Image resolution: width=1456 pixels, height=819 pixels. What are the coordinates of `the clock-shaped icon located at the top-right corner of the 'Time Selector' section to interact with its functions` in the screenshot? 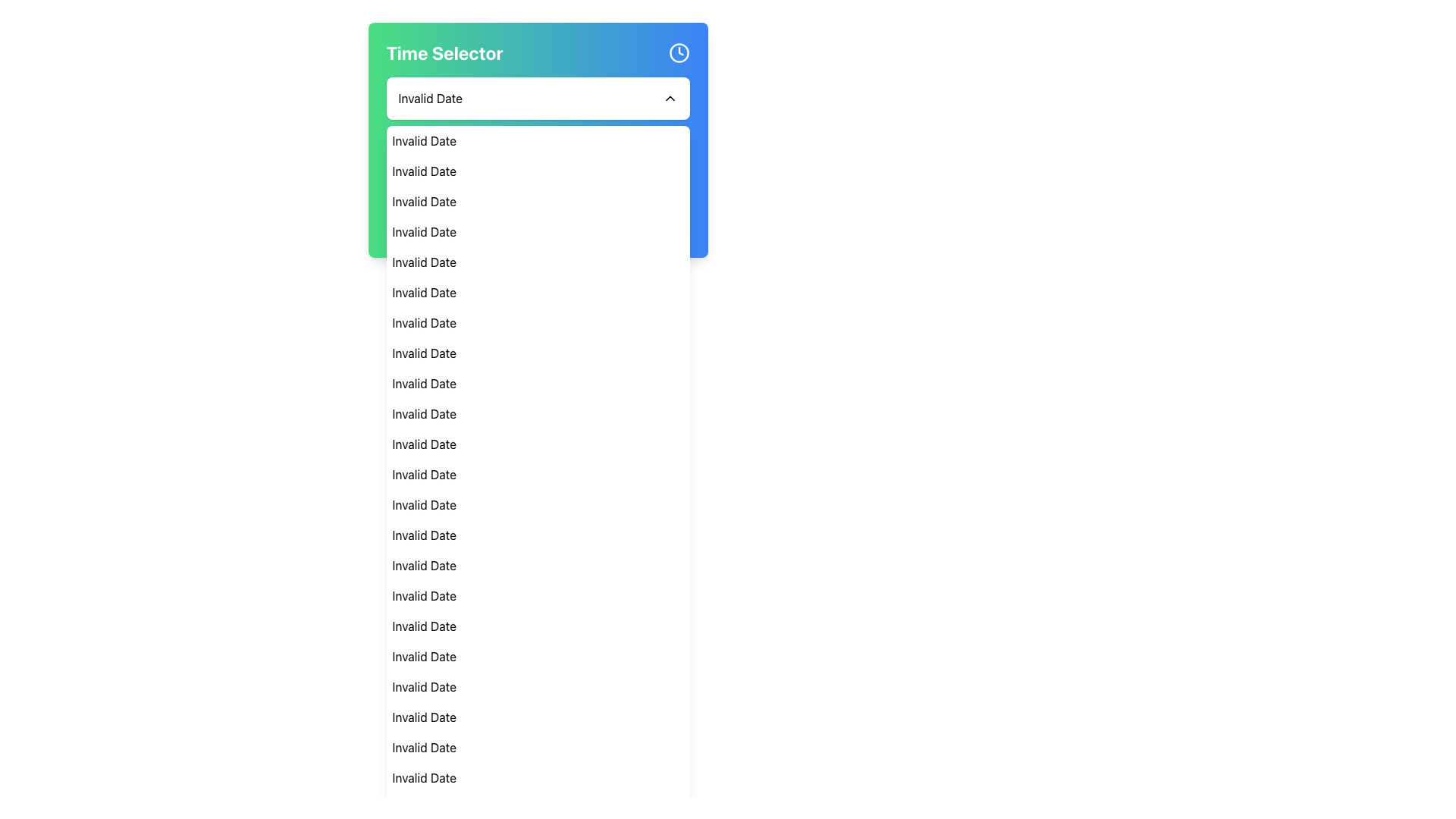 It's located at (678, 52).